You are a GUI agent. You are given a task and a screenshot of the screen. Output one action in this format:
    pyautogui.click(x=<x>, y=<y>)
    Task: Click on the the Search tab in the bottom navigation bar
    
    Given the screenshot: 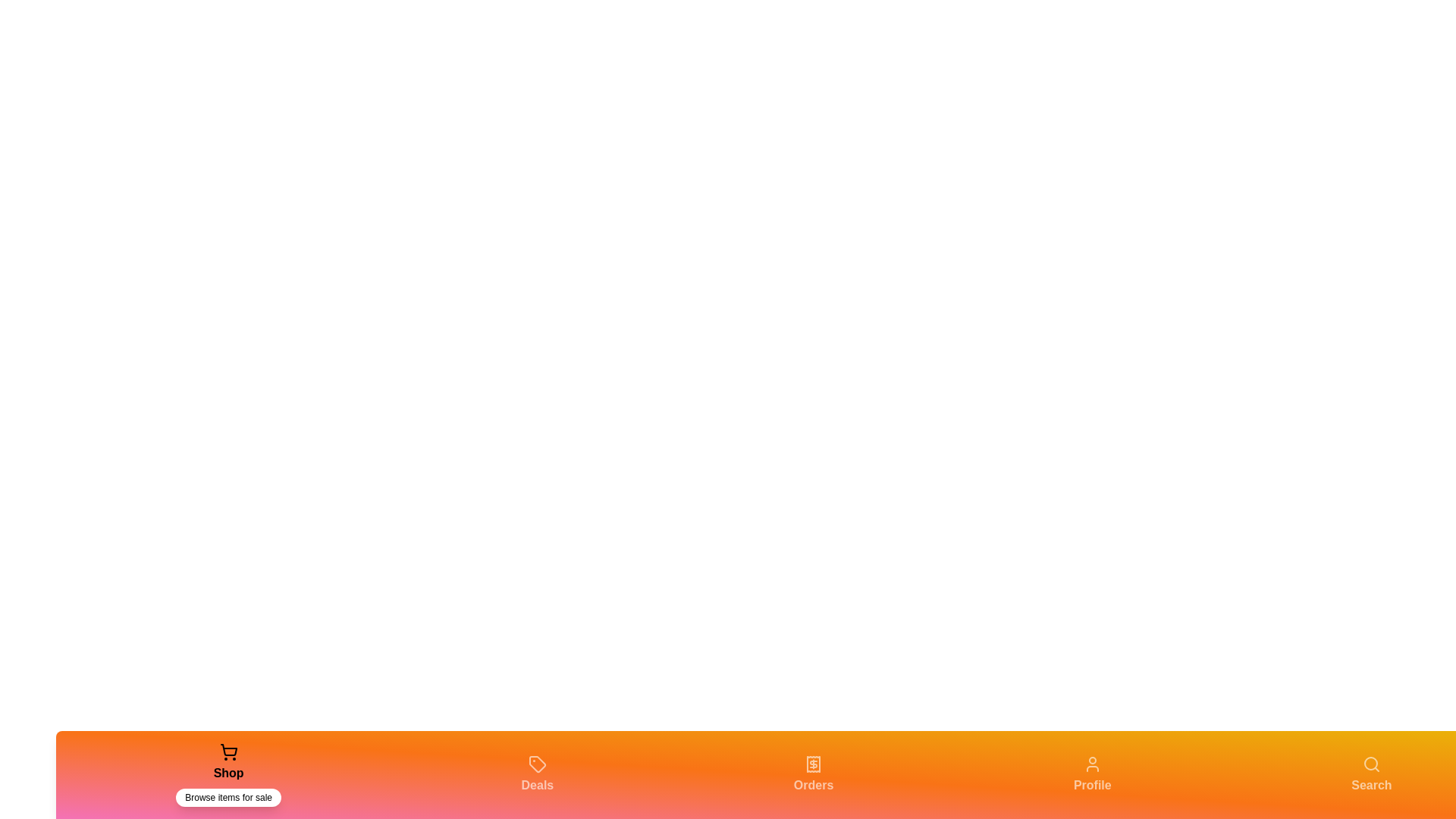 What is the action you would take?
    pyautogui.click(x=1372, y=775)
    